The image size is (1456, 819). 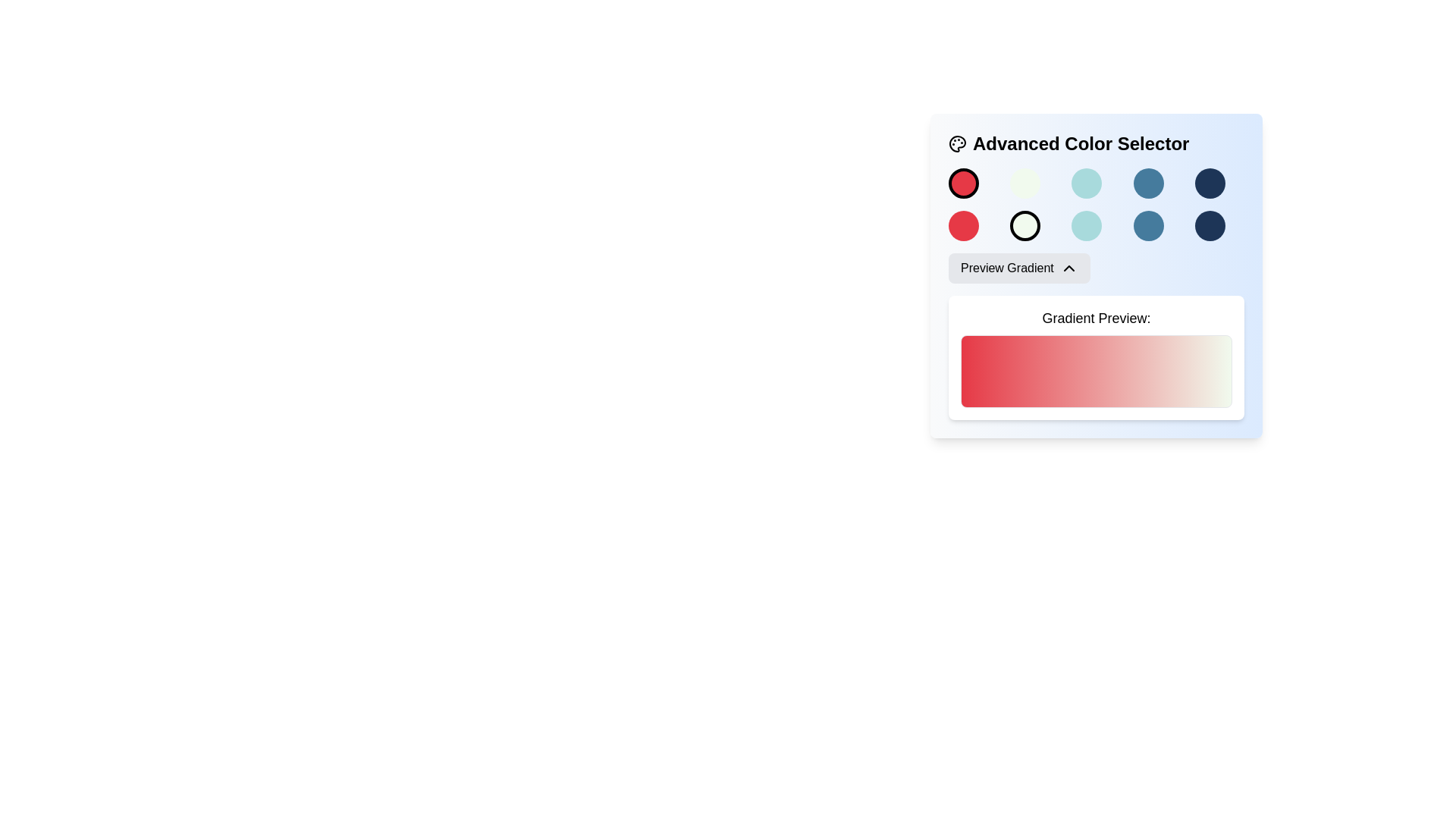 I want to click on the last circular color selection button in the second row of the Advanced Color Selector, so click(x=1209, y=225).